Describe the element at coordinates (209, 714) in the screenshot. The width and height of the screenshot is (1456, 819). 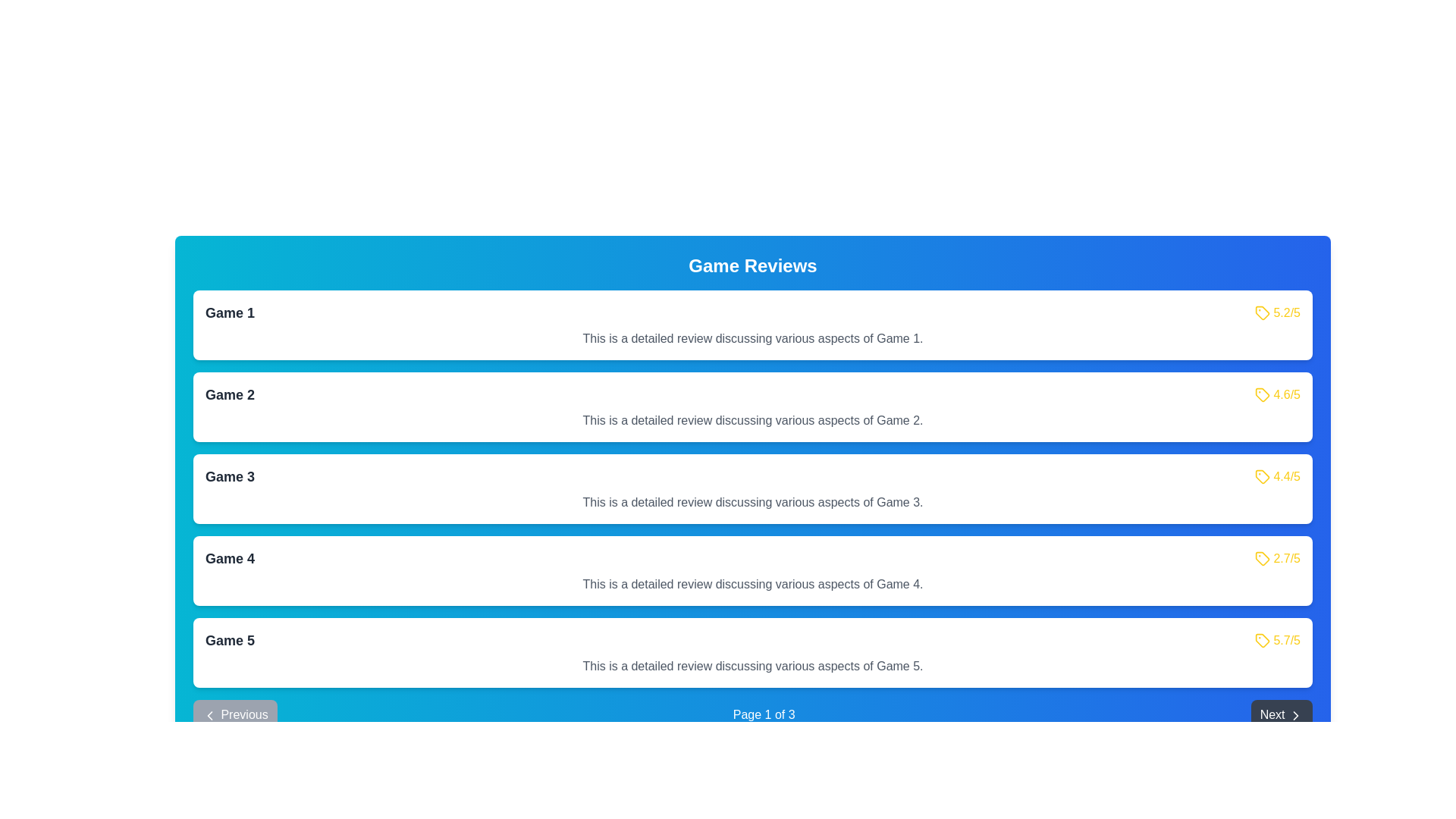
I see `the 'Previous' navigation icon located at the bottom-left of the interface` at that location.